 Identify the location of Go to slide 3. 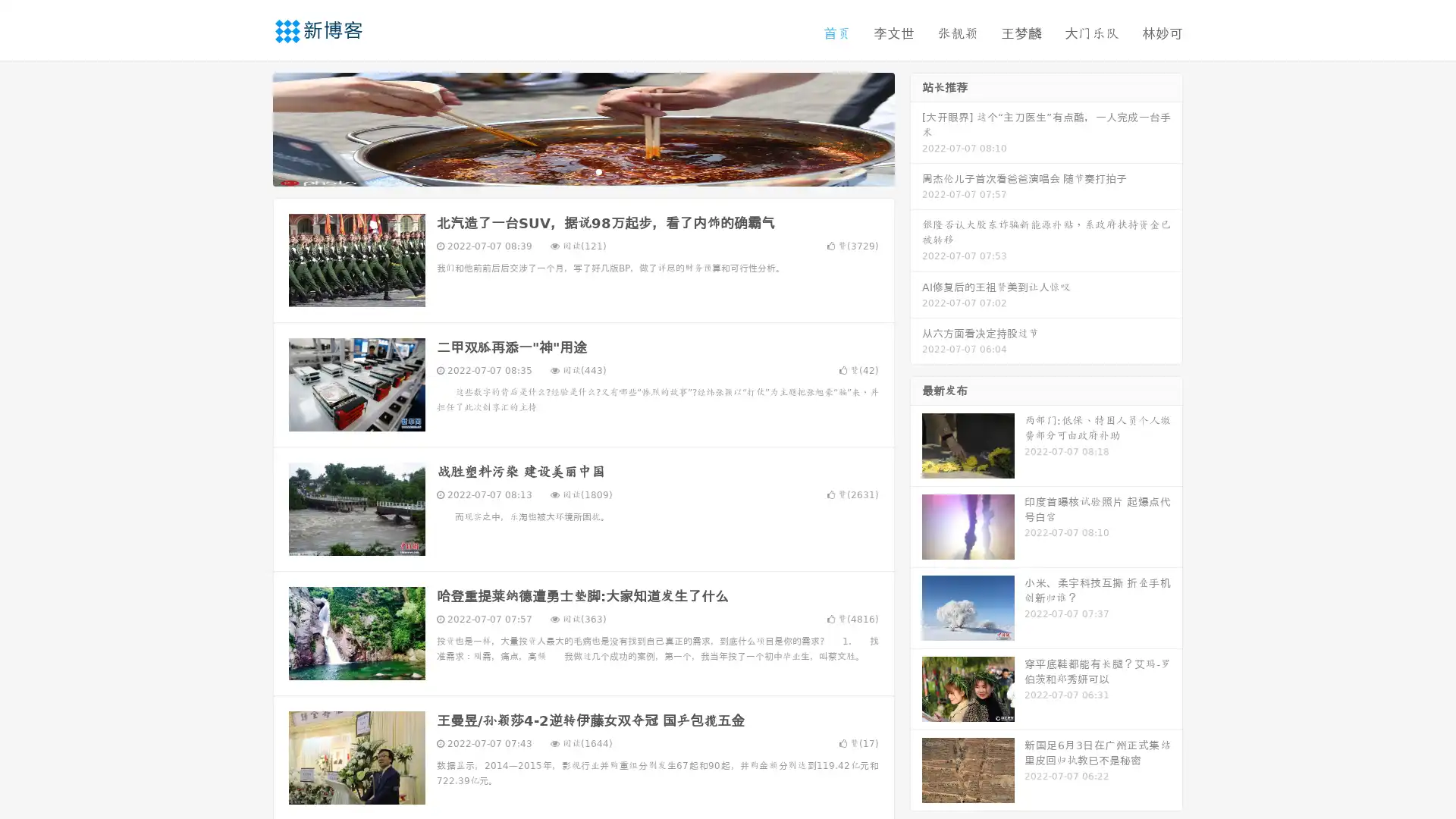
(598, 171).